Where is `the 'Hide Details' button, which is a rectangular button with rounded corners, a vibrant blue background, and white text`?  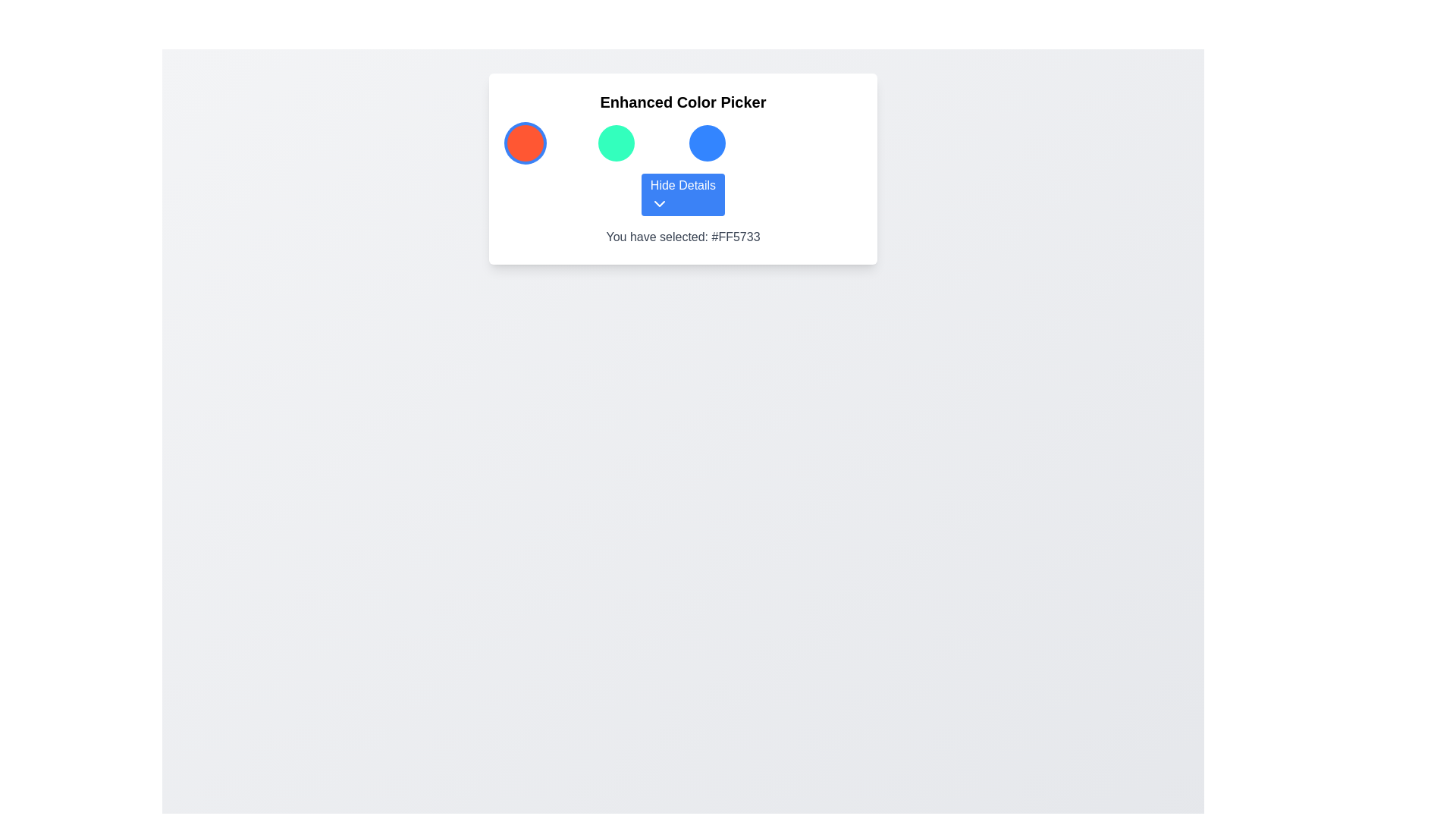 the 'Hide Details' button, which is a rectangular button with rounded corners, a vibrant blue background, and white text is located at coordinates (682, 194).